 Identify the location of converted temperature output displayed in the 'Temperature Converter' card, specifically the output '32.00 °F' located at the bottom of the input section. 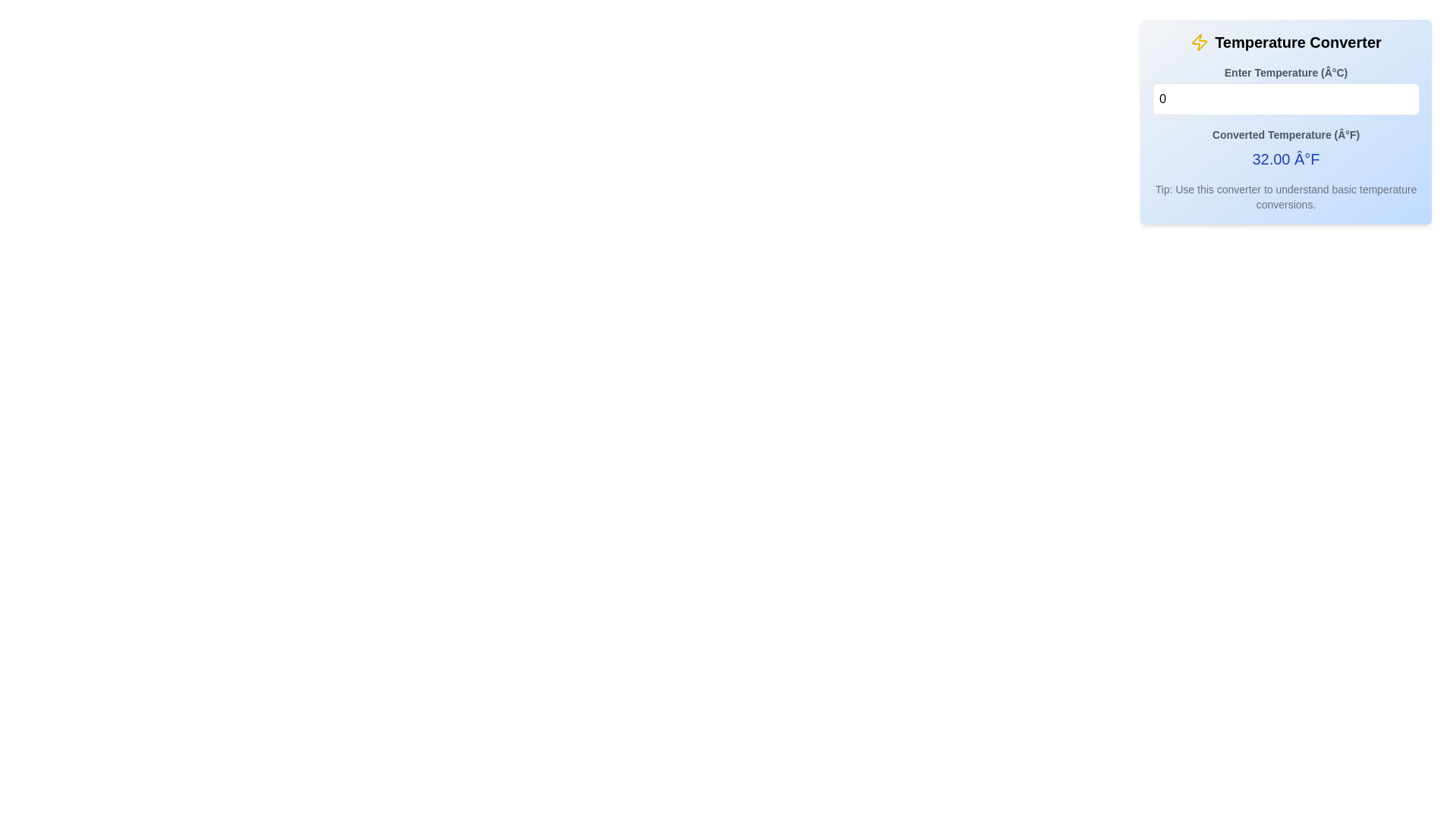
(1285, 116).